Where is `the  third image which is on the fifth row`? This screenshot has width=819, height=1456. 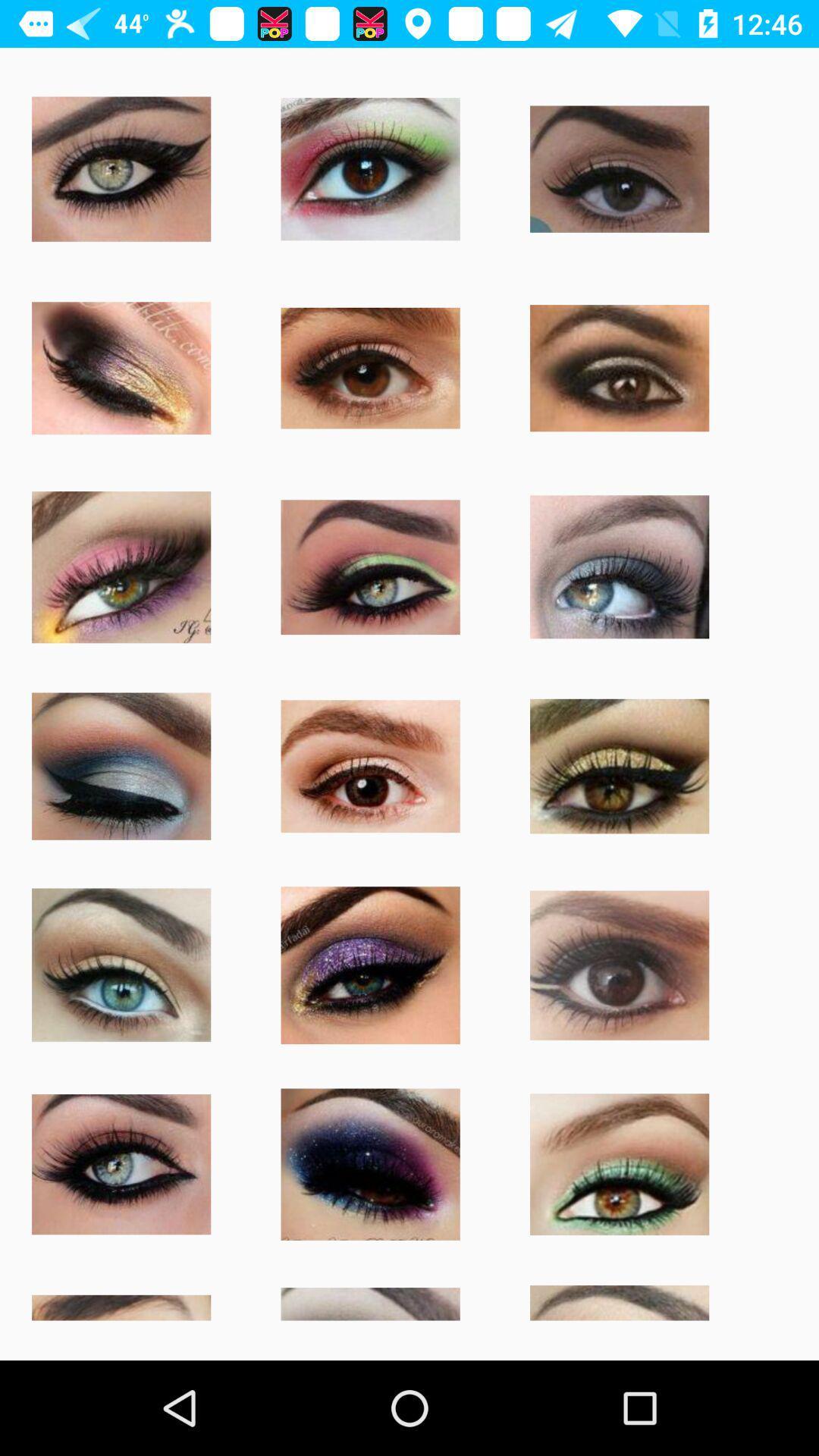 the  third image which is on the fifth row is located at coordinates (371, 964).